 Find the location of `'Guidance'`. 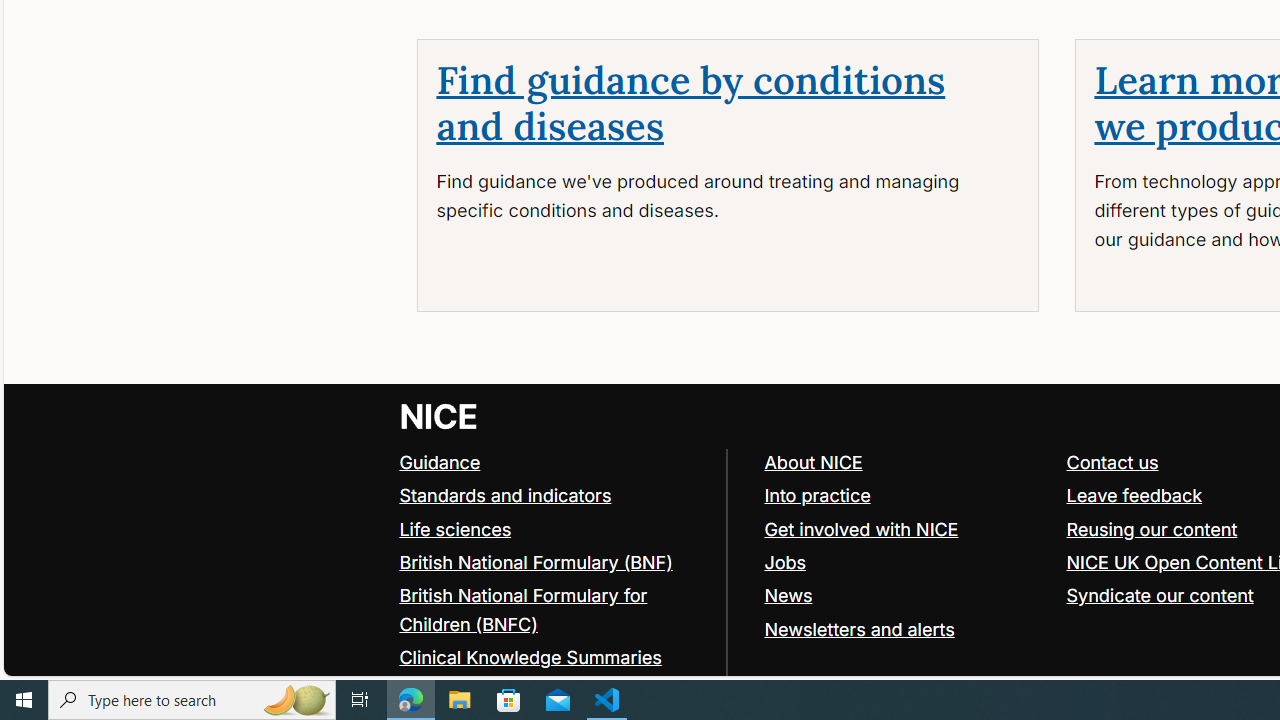

'Guidance' is located at coordinates (439, 461).